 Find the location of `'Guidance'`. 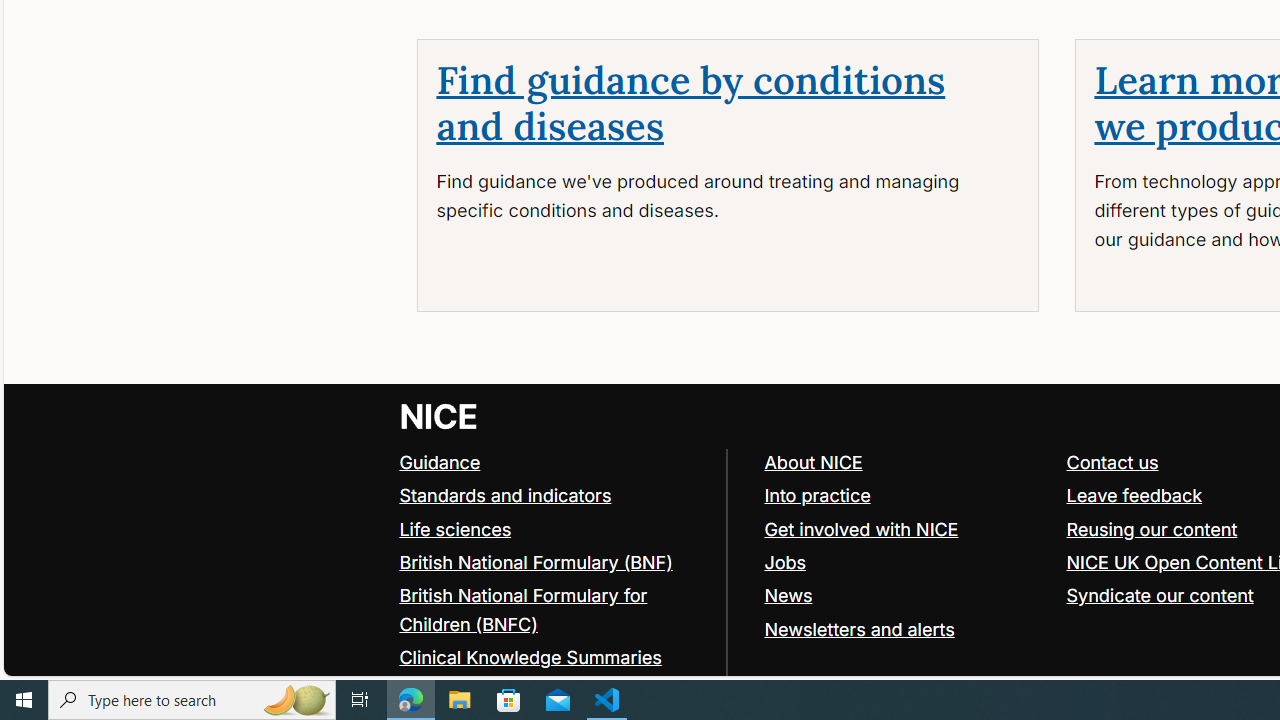

'Guidance' is located at coordinates (439, 461).